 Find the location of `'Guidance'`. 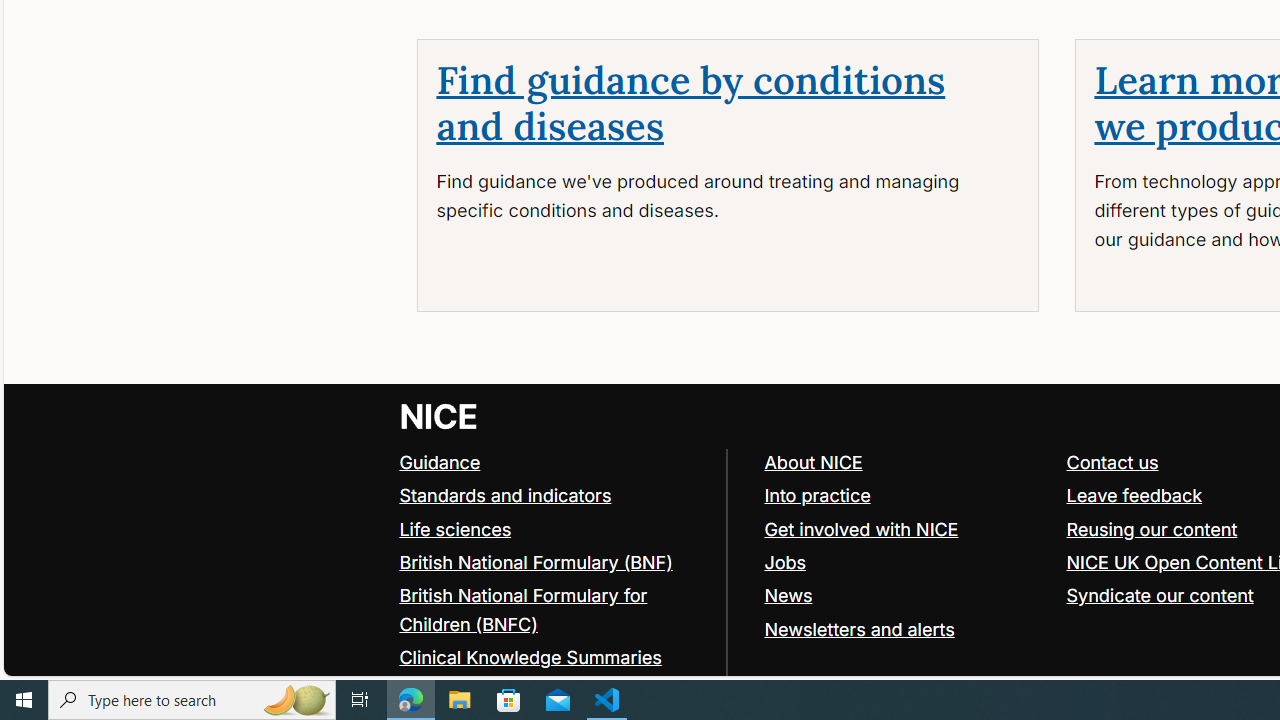

'Guidance' is located at coordinates (439, 461).